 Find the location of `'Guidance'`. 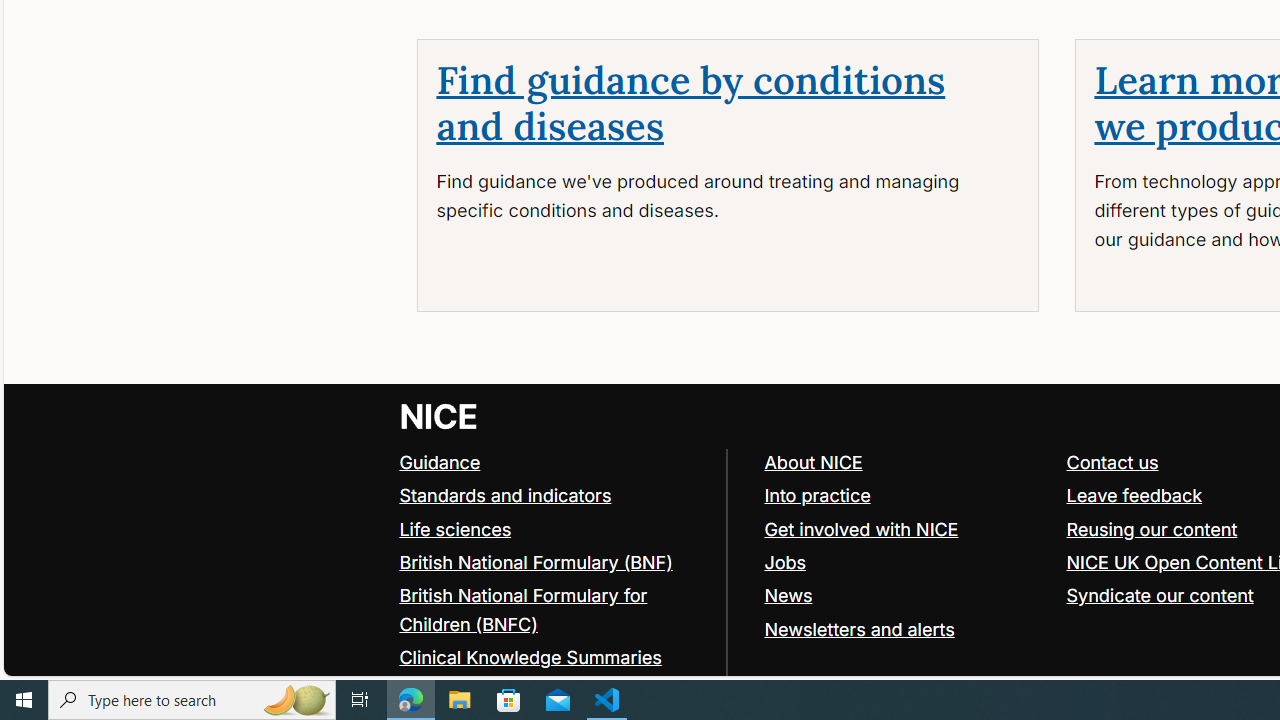

'Guidance' is located at coordinates (439, 461).